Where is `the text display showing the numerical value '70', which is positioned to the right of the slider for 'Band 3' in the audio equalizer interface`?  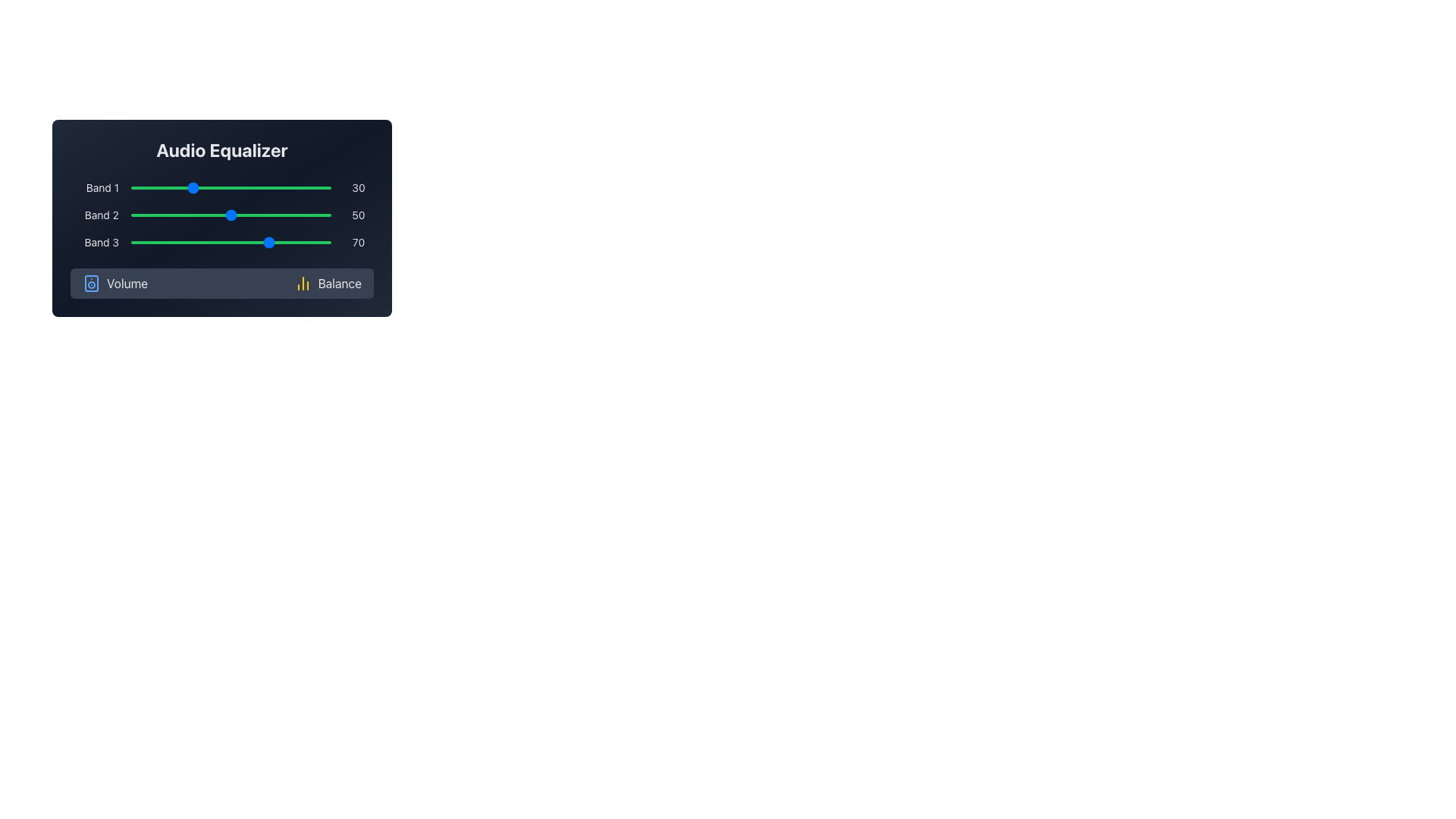 the text display showing the numerical value '70', which is positioned to the right of the slider for 'Band 3' in the audio equalizer interface is located at coordinates (358, 242).